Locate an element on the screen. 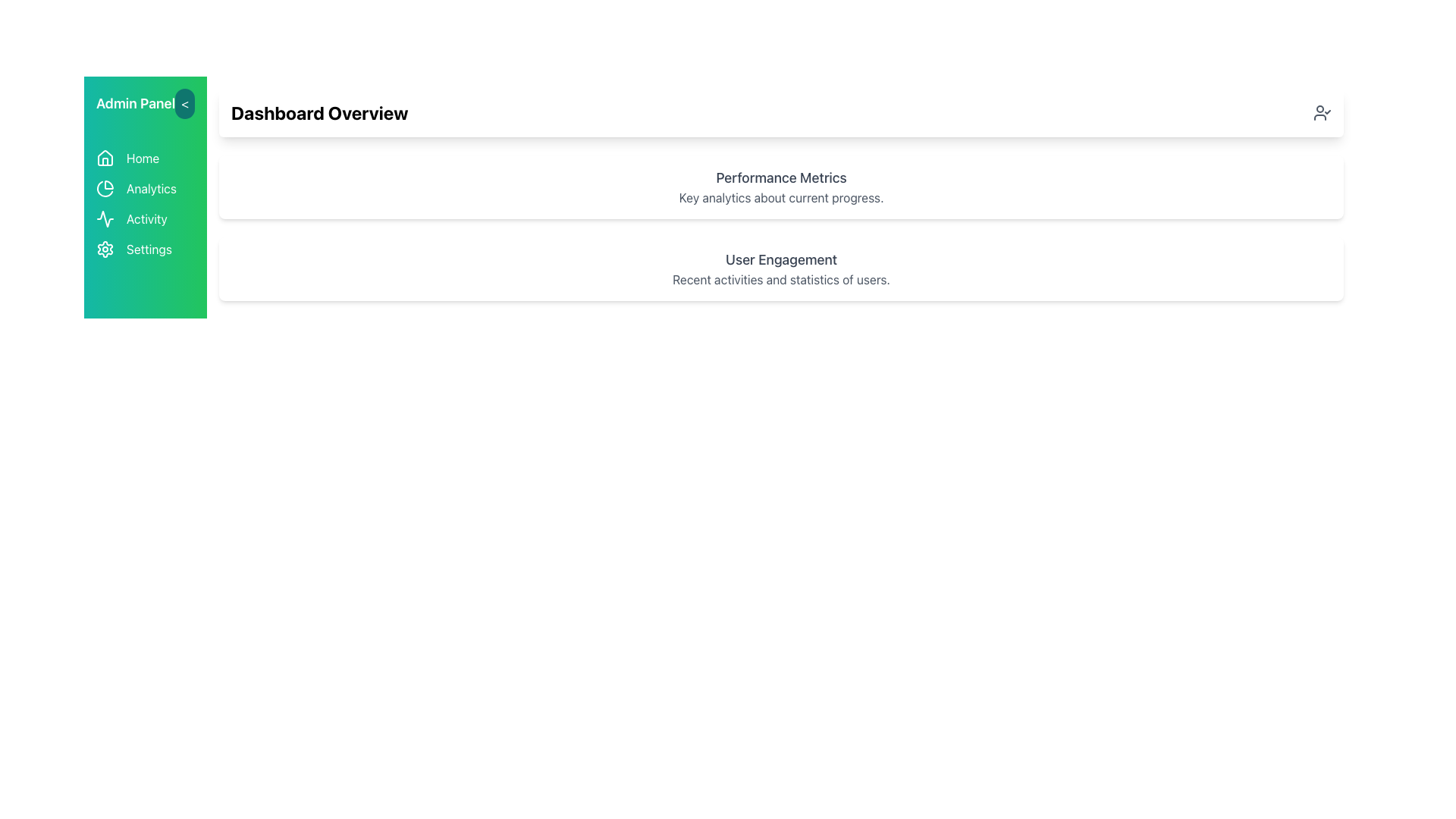 This screenshot has height=819, width=1456. the 'Analytics' clickable menu item, which is the second item in the vertical menu bar on the left side, featuring a pie chart icon and a green background is located at coordinates (146, 188).